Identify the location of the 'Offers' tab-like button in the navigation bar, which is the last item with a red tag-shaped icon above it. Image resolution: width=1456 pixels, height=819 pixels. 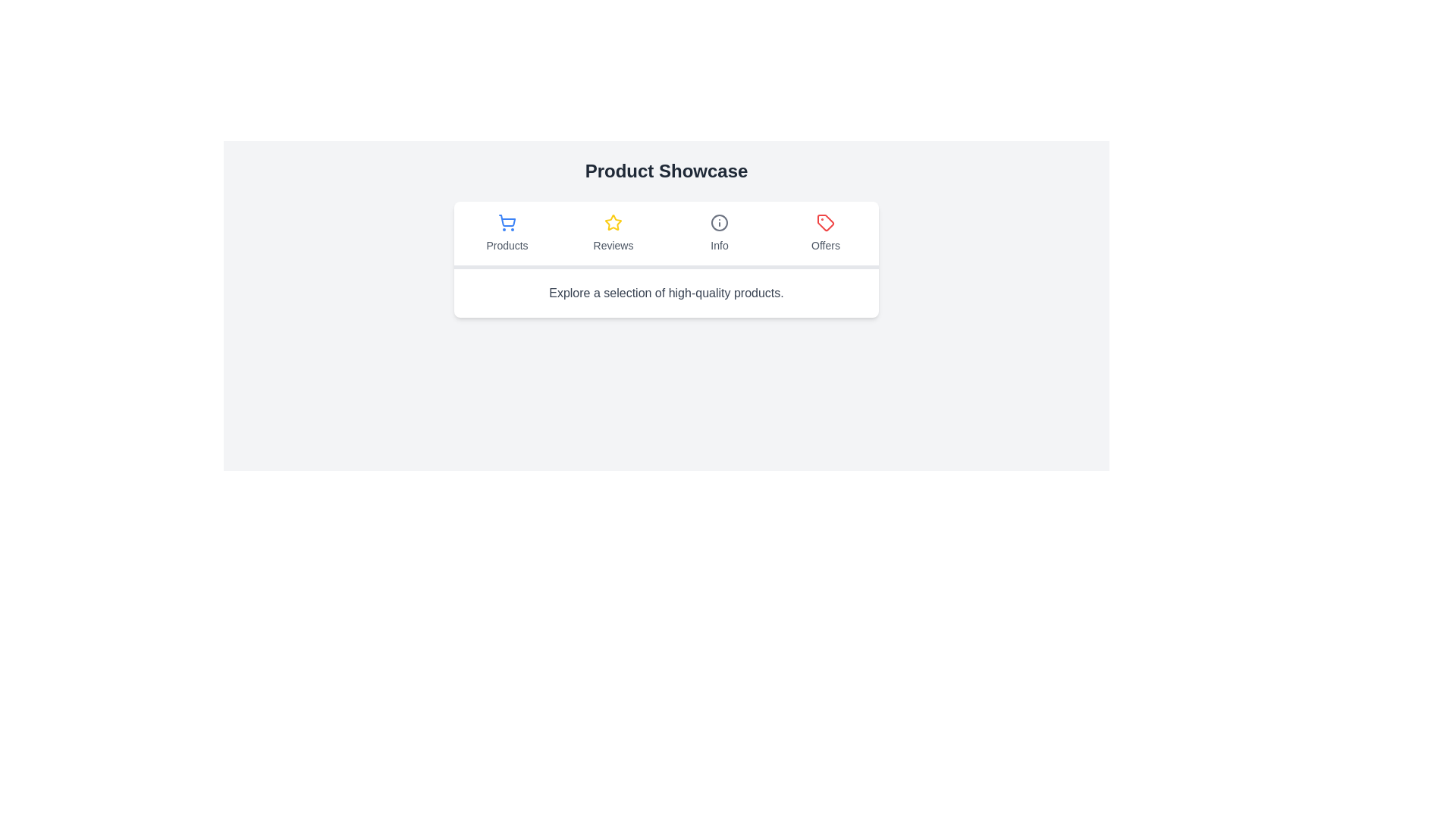
(825, 234).